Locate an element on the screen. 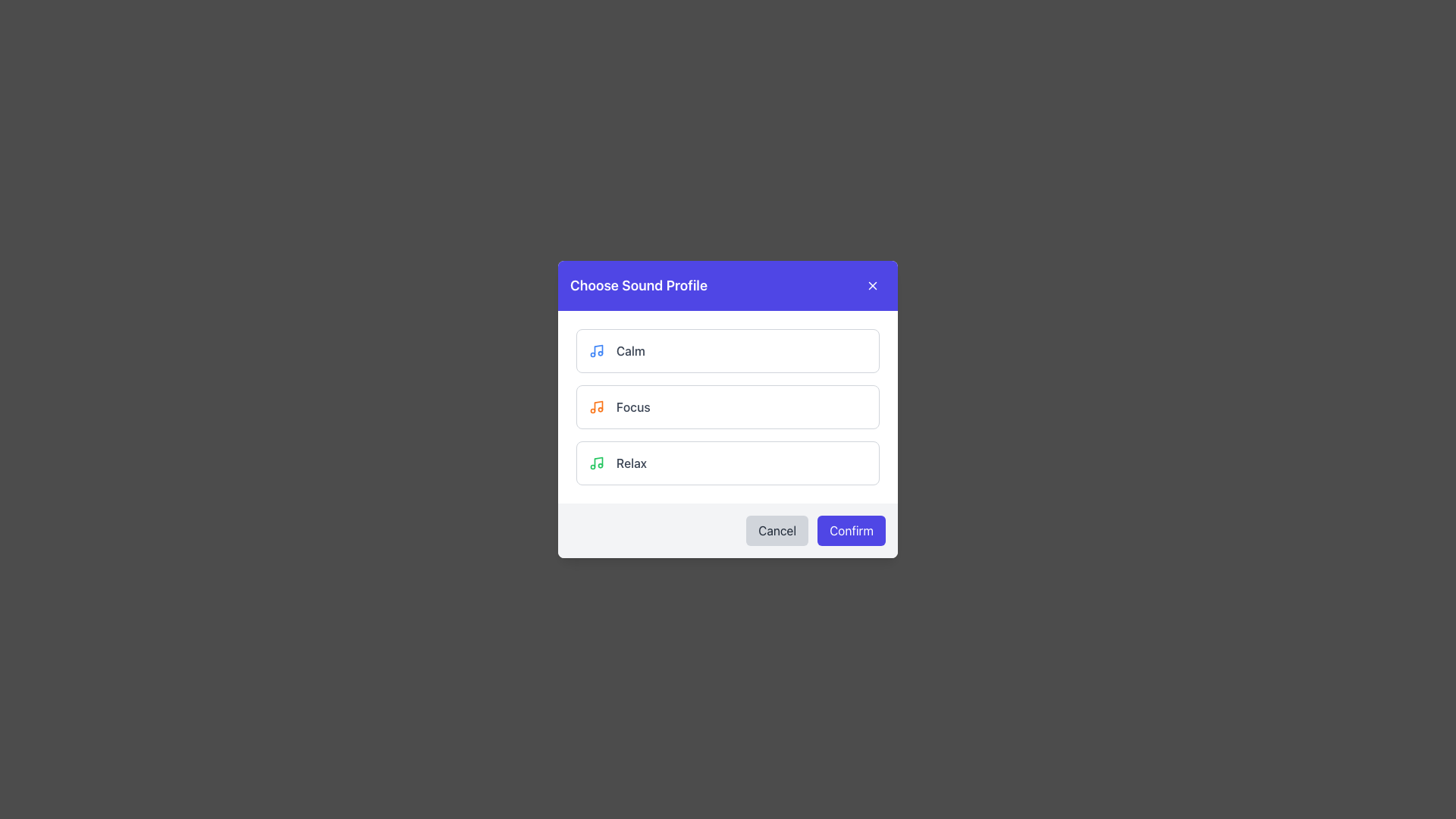  the 'Relax' sound profile button in the 'Choose Sound Profile' modal is located at coordinates (728, 462).